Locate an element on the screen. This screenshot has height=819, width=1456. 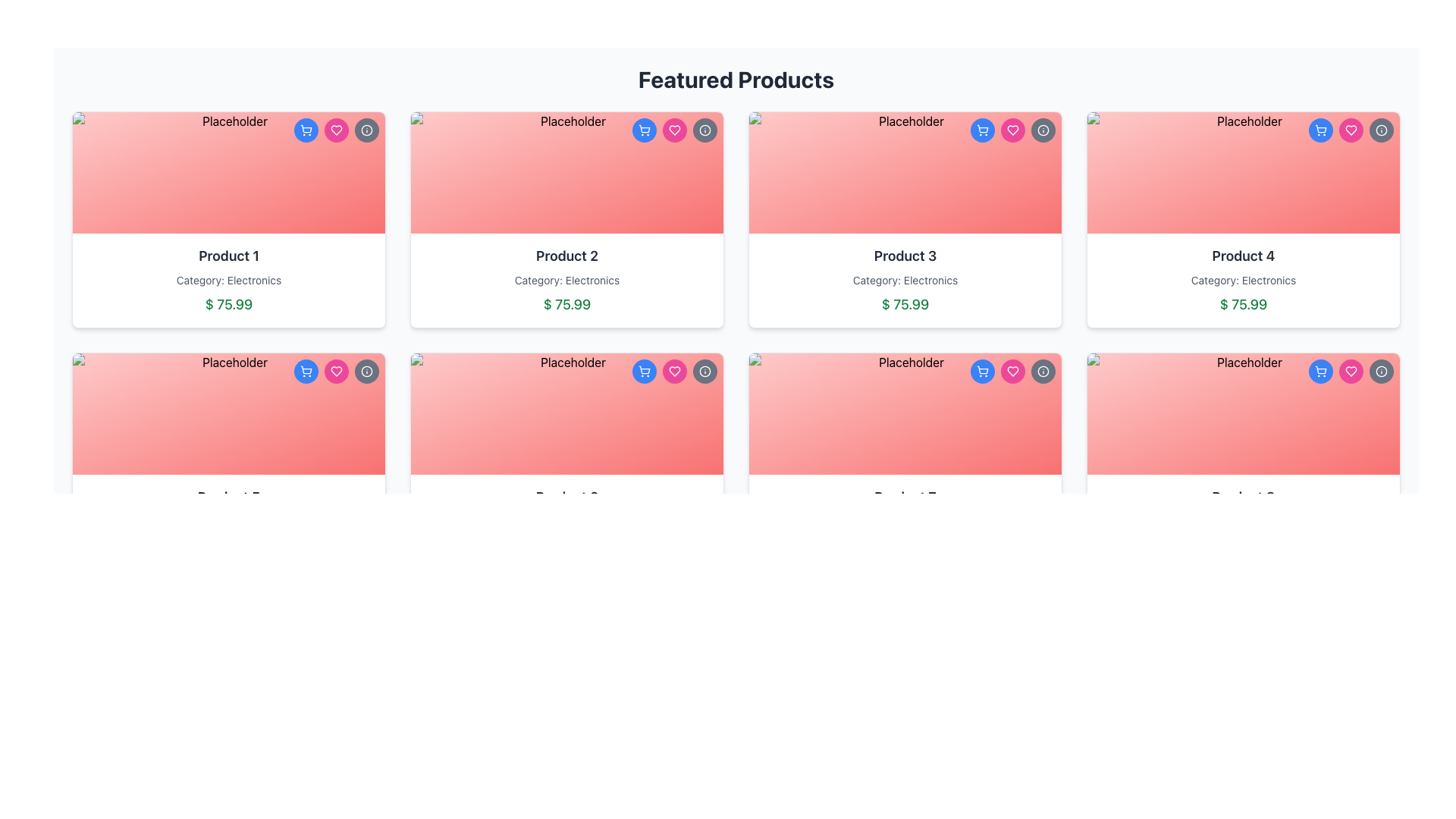
the middle circular button at the top-right corner of the 'Product 6' card to favorite the product is located at coordinates (673, 371).